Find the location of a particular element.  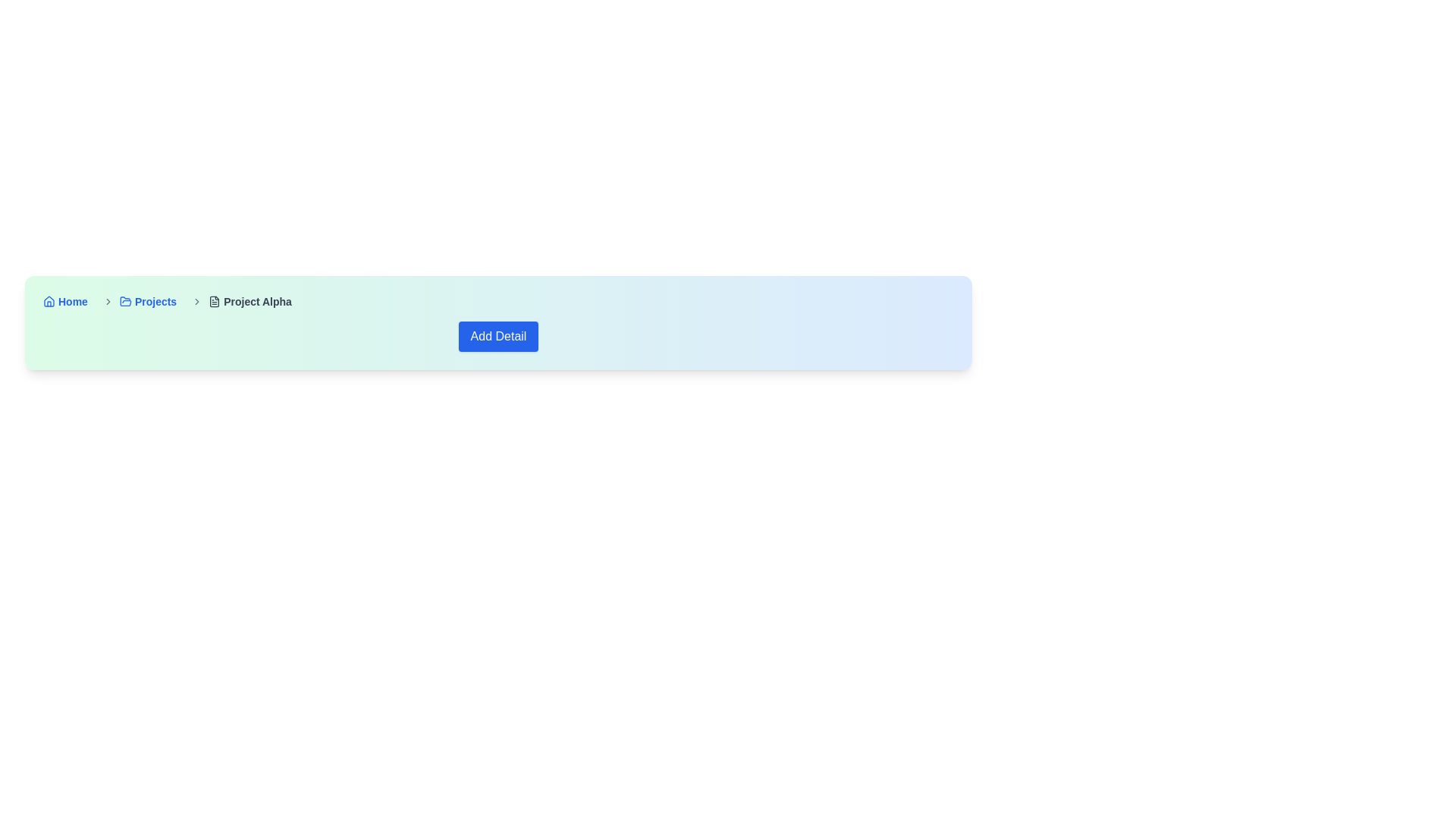

the hyperlink with icon in the breadcrumb navigation that links to the Projects page is located at coordinates (148, 301).